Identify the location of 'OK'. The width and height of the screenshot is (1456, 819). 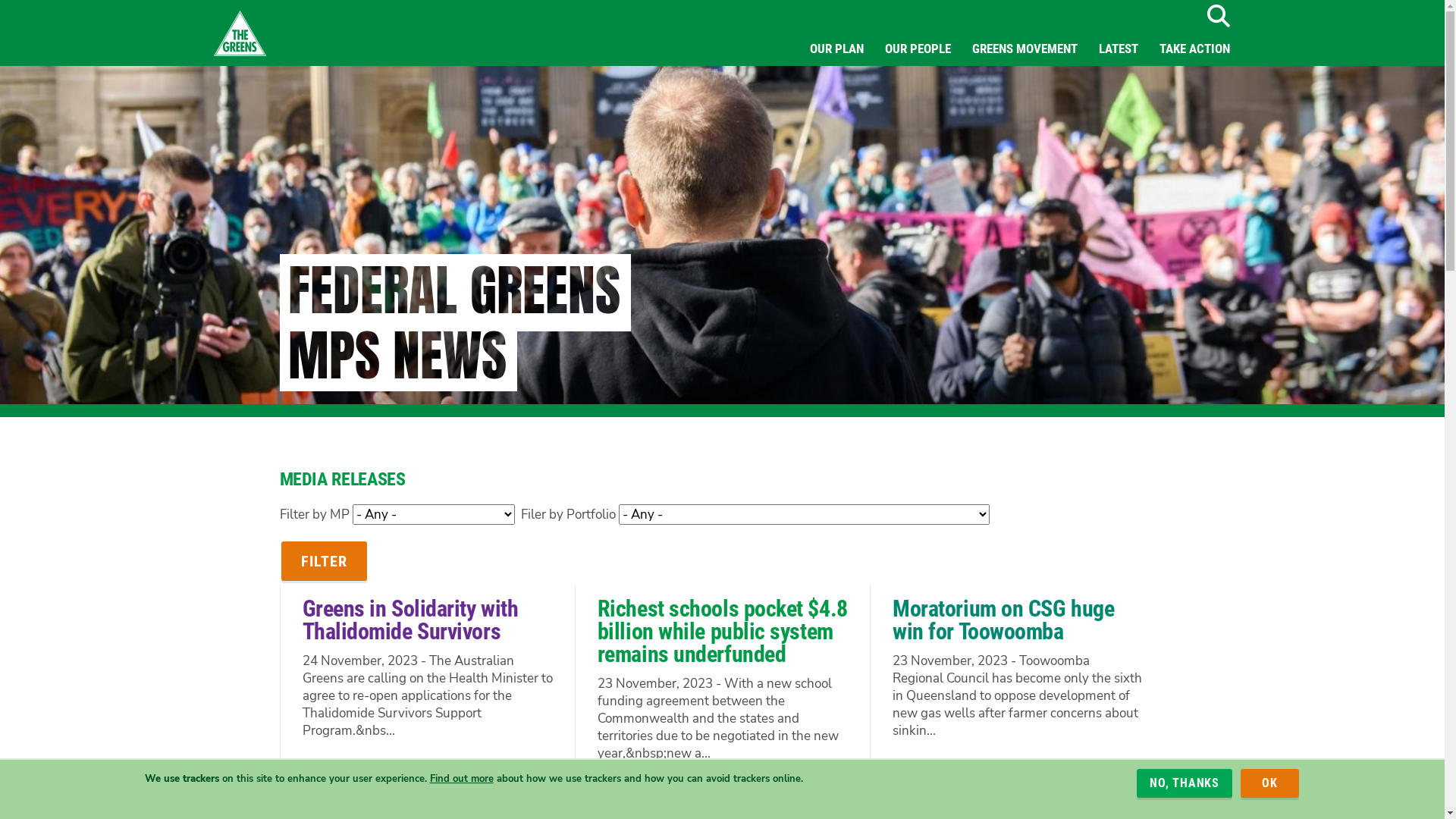
(1241, 783).